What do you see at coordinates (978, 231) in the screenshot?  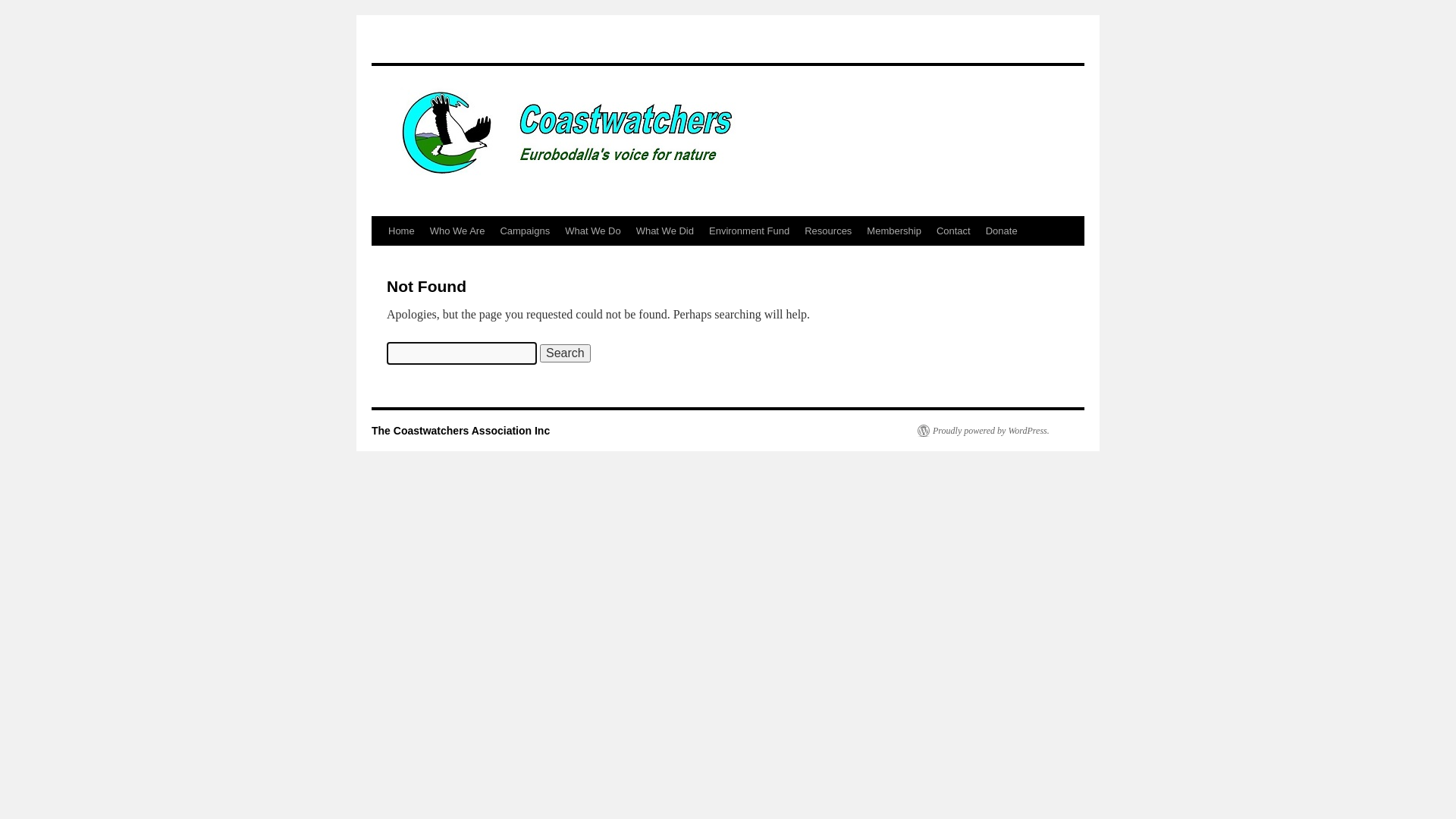 I see `'Donate'` at bounding box center [978, 231].